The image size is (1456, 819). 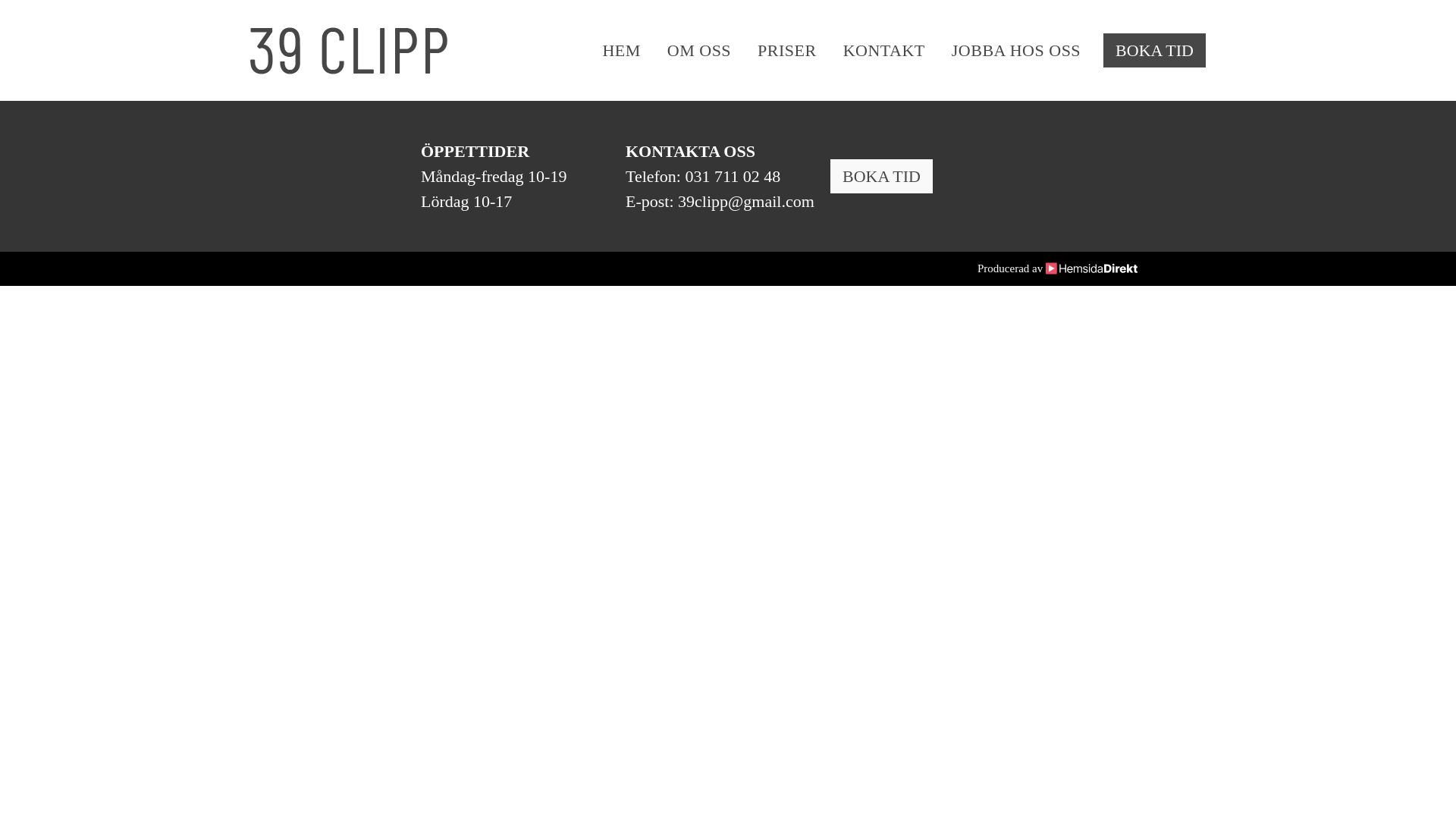 I want to click on 'OM OSS', so click(x=685, y=49).